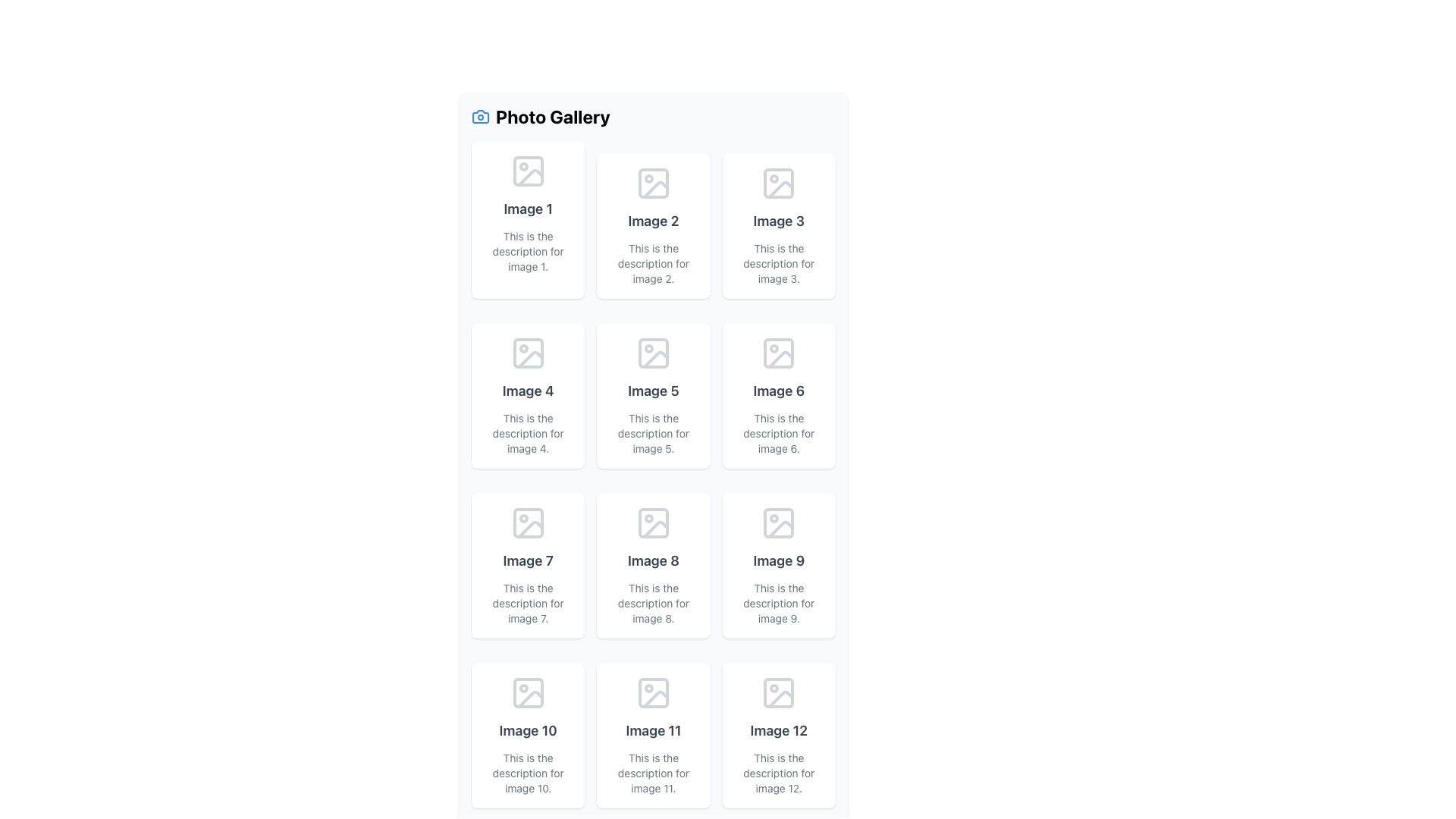  I want to click on the first item in the second row of the photo gallery grid, so click(528, 394).